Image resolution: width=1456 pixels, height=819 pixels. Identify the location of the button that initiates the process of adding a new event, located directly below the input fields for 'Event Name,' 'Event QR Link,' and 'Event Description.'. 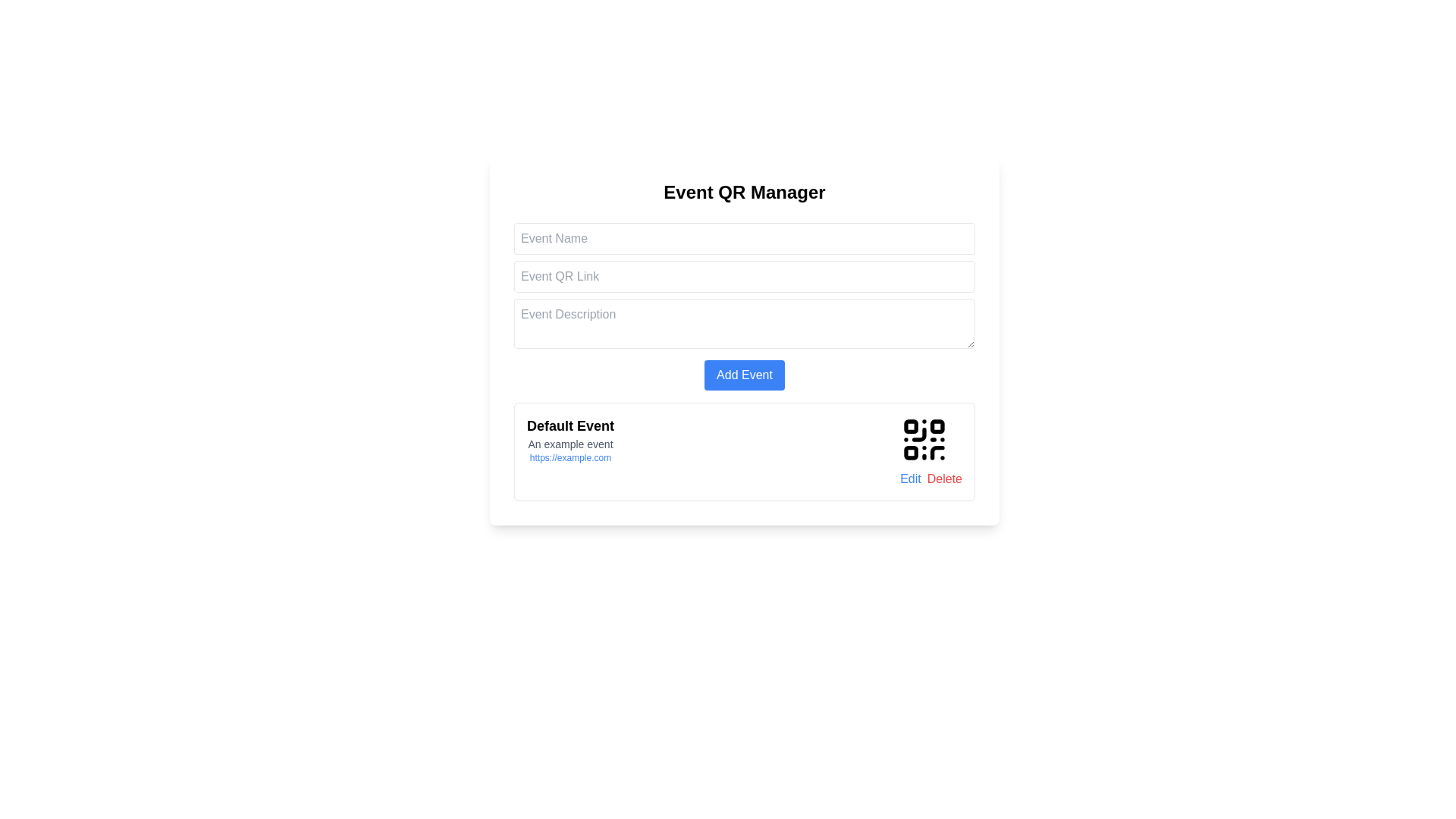
(745, 375).